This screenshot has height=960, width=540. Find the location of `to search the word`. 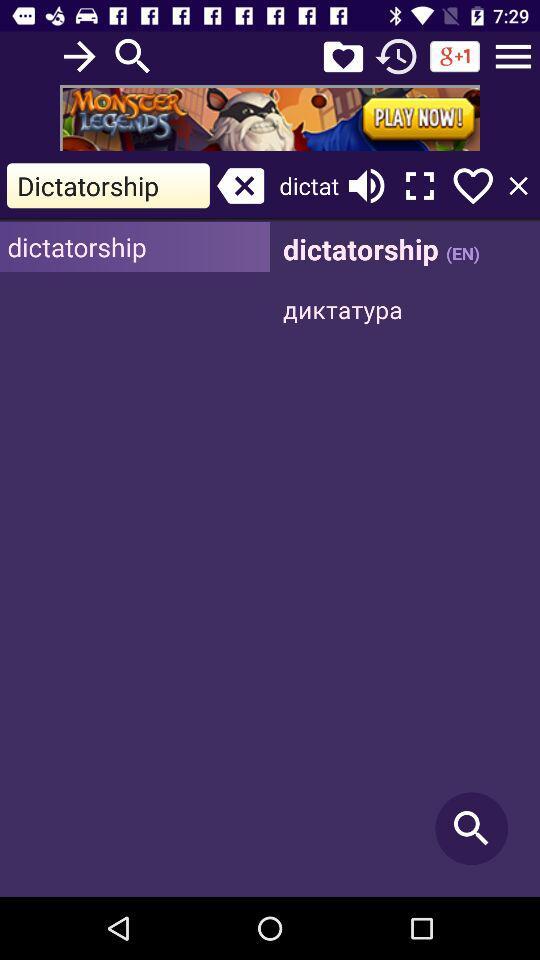

to search the word is located at coordinates (133, 55).